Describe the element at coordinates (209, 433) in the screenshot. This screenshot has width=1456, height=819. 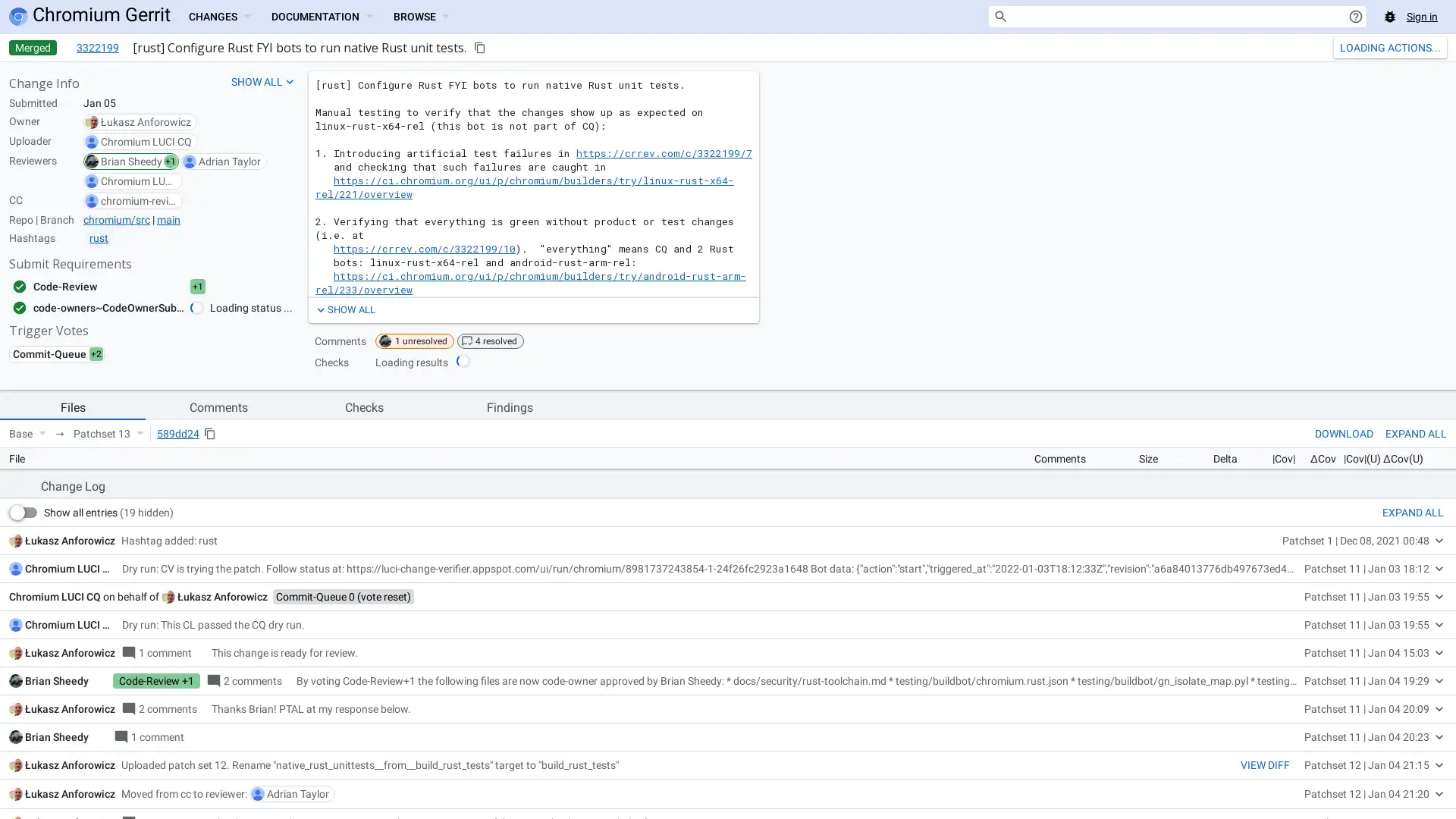
I see `Click to copy to clipboard` at that location.